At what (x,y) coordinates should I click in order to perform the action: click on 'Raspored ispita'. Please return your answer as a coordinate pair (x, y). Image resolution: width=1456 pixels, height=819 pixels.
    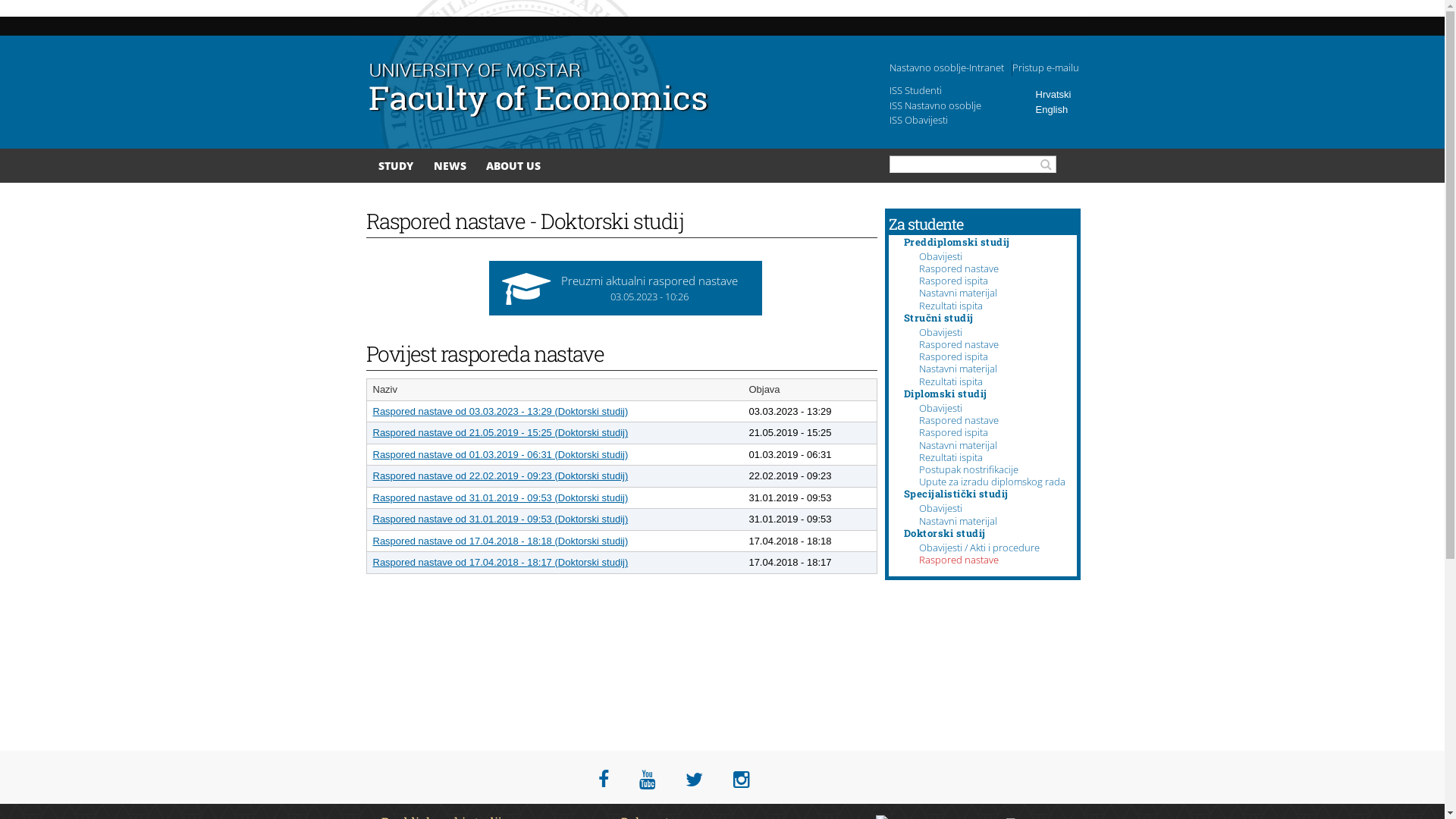
    Looking at the image, I should click on (952, 432).